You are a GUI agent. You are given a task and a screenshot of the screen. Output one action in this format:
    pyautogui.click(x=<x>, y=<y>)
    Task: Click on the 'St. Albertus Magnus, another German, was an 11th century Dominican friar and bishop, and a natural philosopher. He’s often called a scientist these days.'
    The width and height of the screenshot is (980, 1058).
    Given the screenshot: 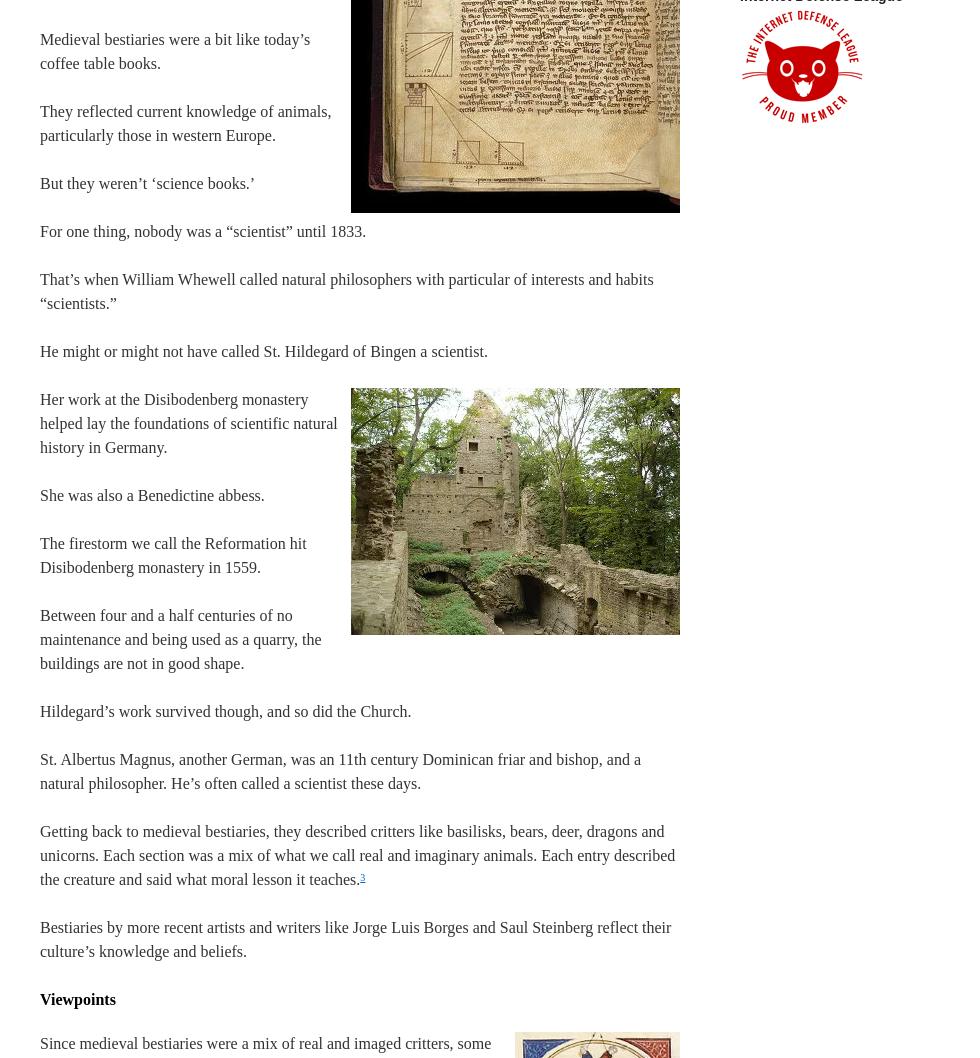 What is the action you would take?
    pyautogui.click(x=340, y=771)
    